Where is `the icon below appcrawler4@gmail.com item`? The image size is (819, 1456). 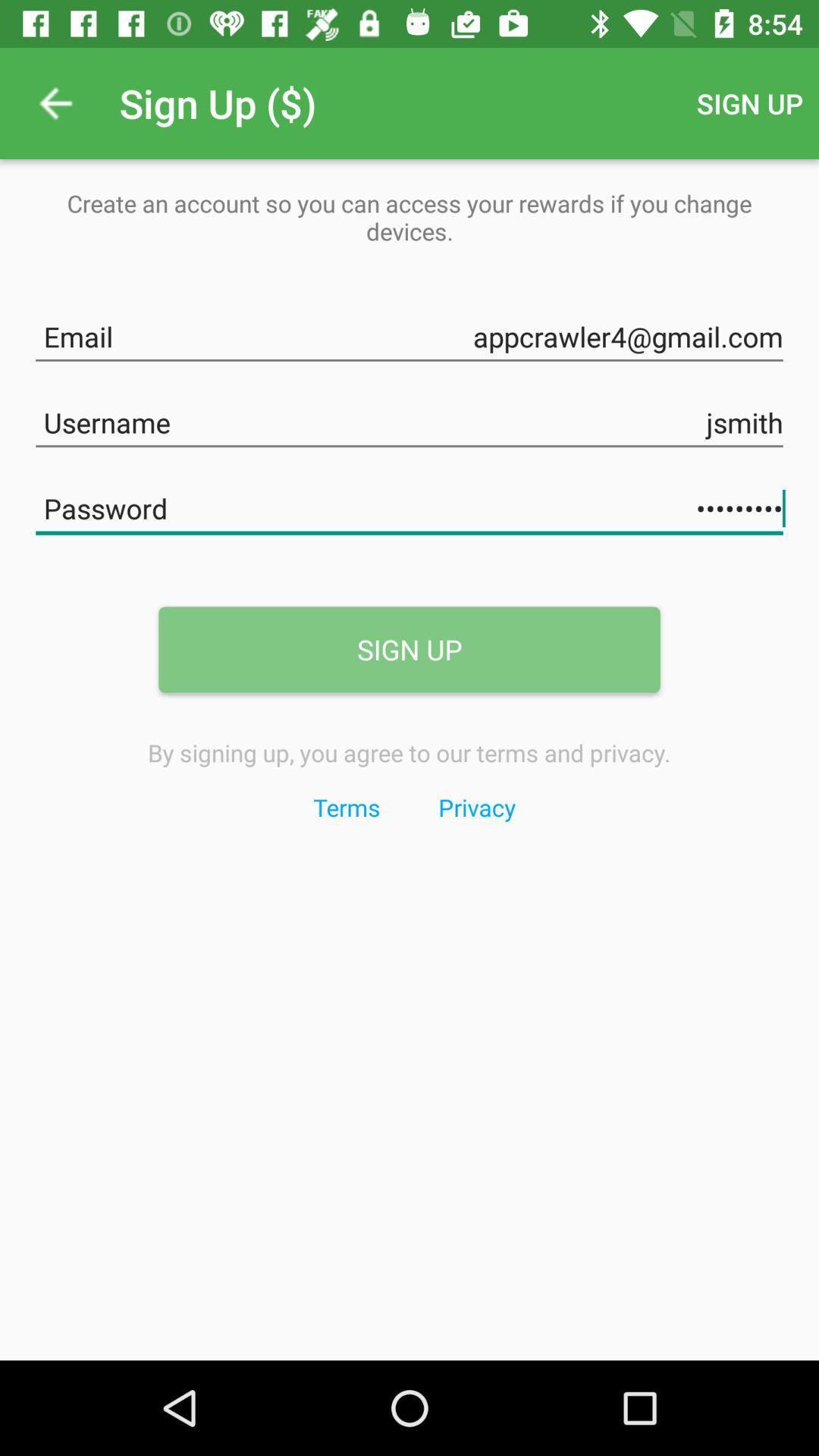 the icon below appcrawler4@gmail.com item is located at coordinates (409, 419).